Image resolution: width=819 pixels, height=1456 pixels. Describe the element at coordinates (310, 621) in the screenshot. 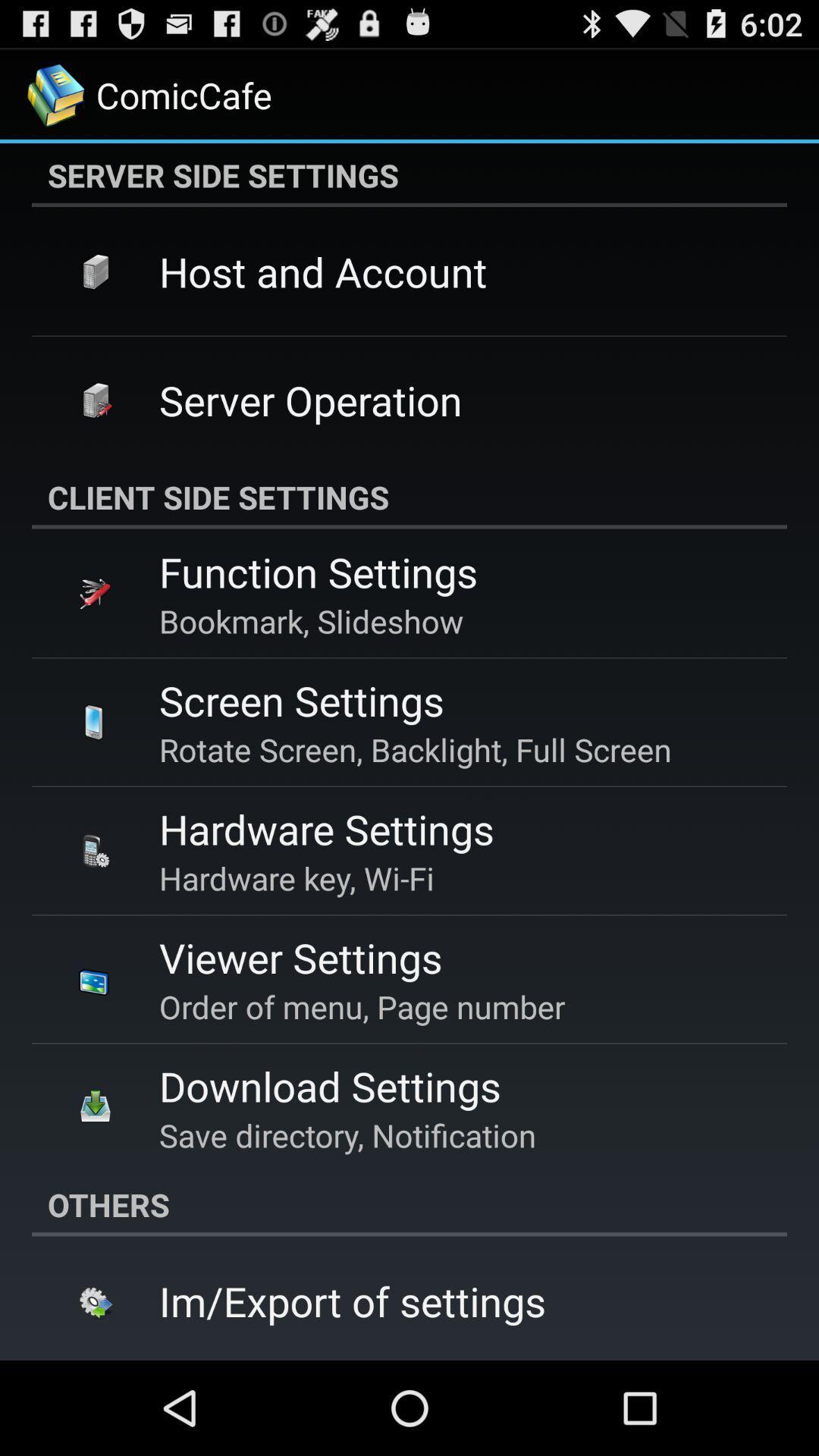

I see `icon above screen settings` at that location.